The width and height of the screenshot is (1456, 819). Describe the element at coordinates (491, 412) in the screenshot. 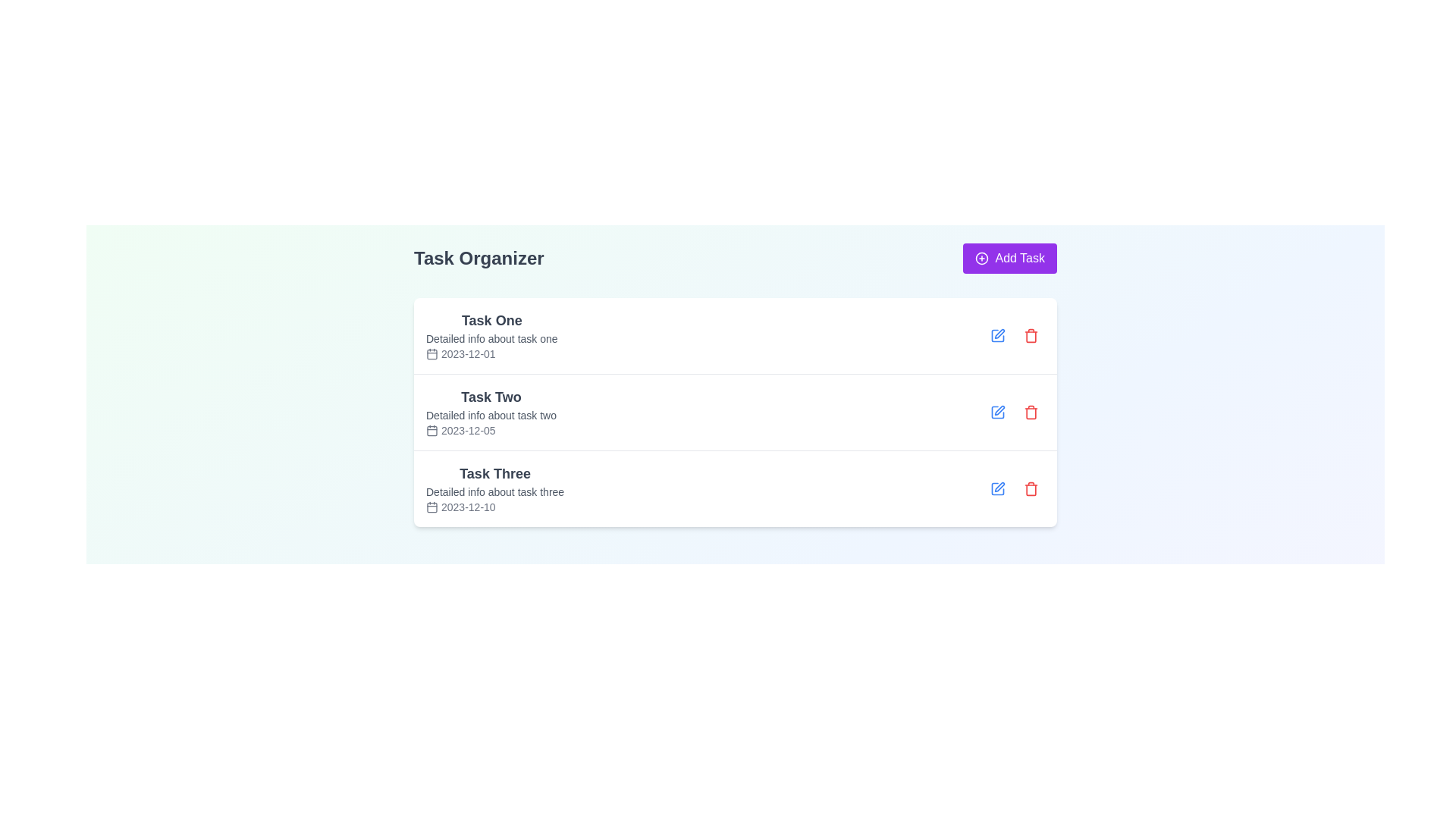

I see `the second task item in the list that summarizes a task with its title, description, and deadline date` at that location.